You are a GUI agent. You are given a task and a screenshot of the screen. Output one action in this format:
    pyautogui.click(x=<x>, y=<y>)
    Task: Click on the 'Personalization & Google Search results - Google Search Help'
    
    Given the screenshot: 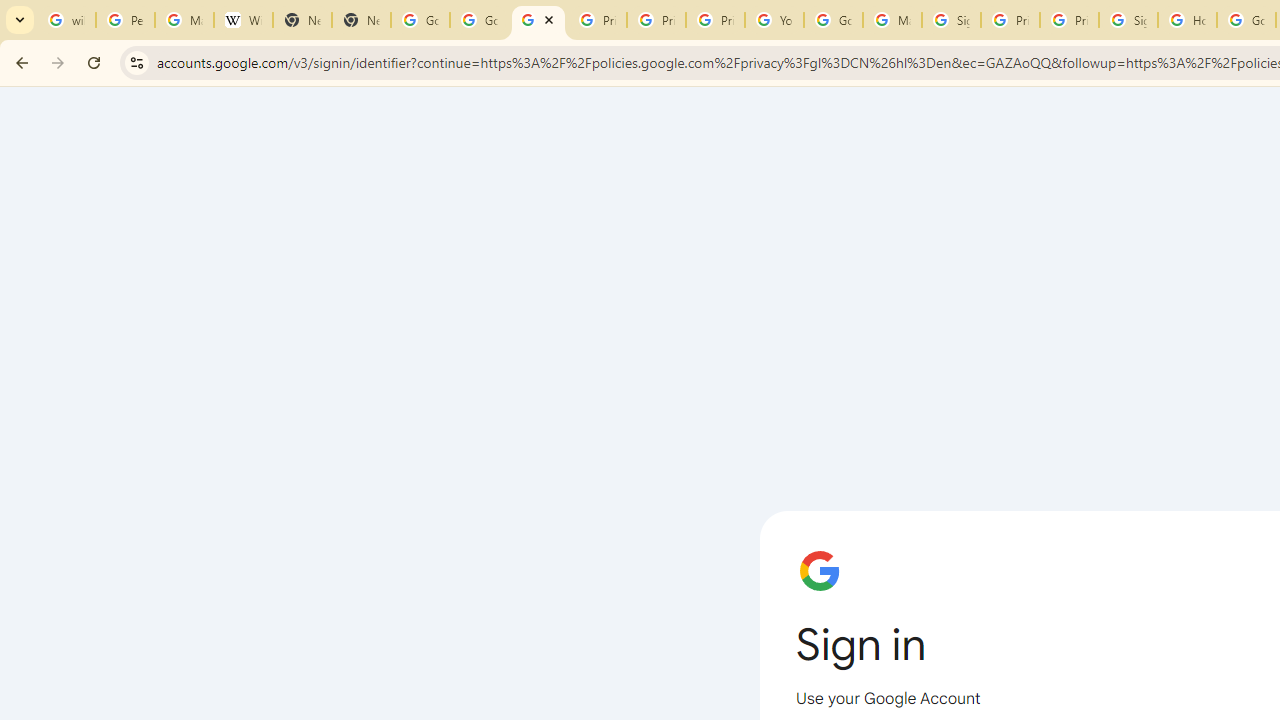 What is the action you would take?
    pyautogui.click(x=124, y=20)
    